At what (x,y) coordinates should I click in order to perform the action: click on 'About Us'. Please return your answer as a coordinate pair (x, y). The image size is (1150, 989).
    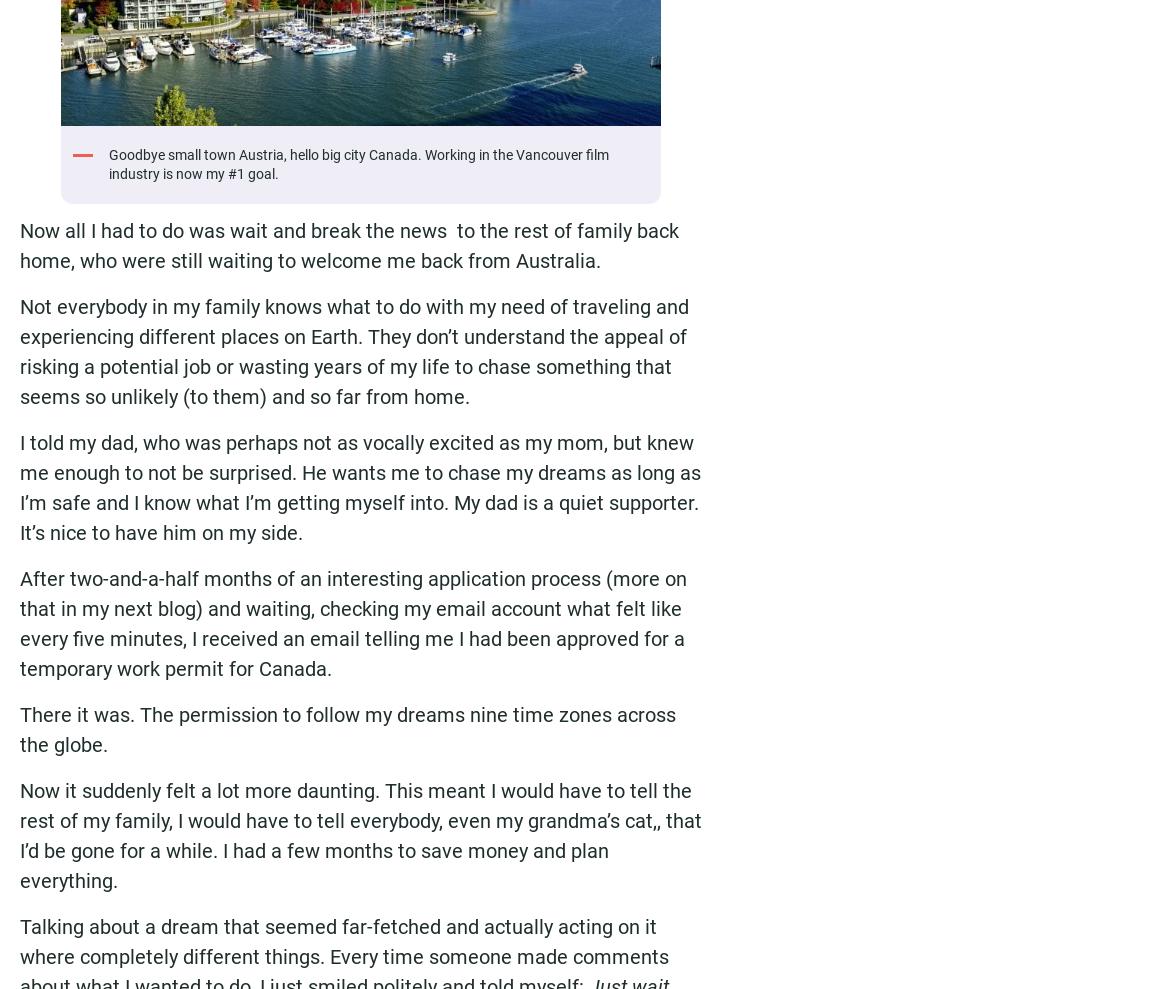
    Looking at the image, I should click on (464, 176).